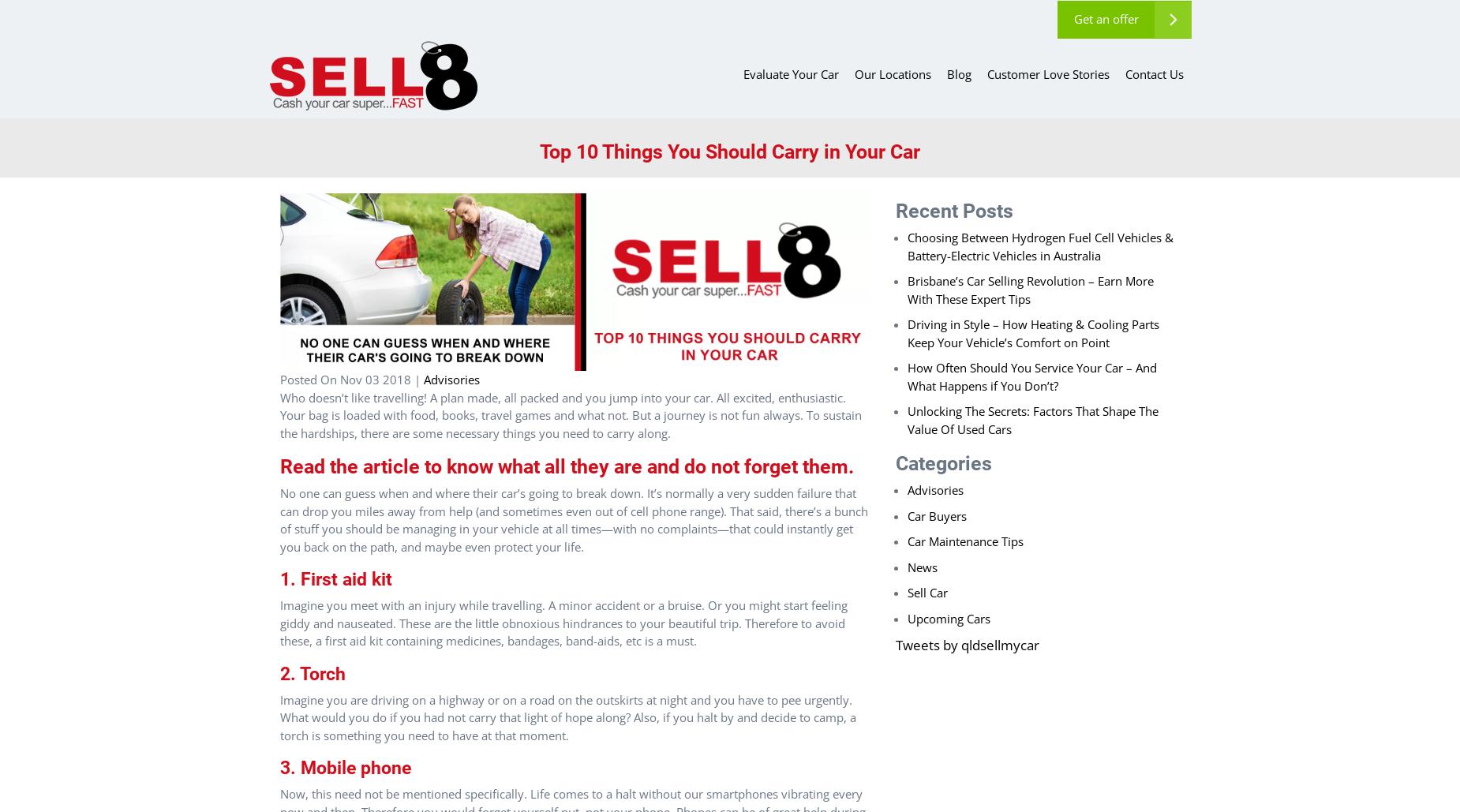 This screenshot has height=812, width=1460. I want to click on '07 3082 6426', so click(937, 33).